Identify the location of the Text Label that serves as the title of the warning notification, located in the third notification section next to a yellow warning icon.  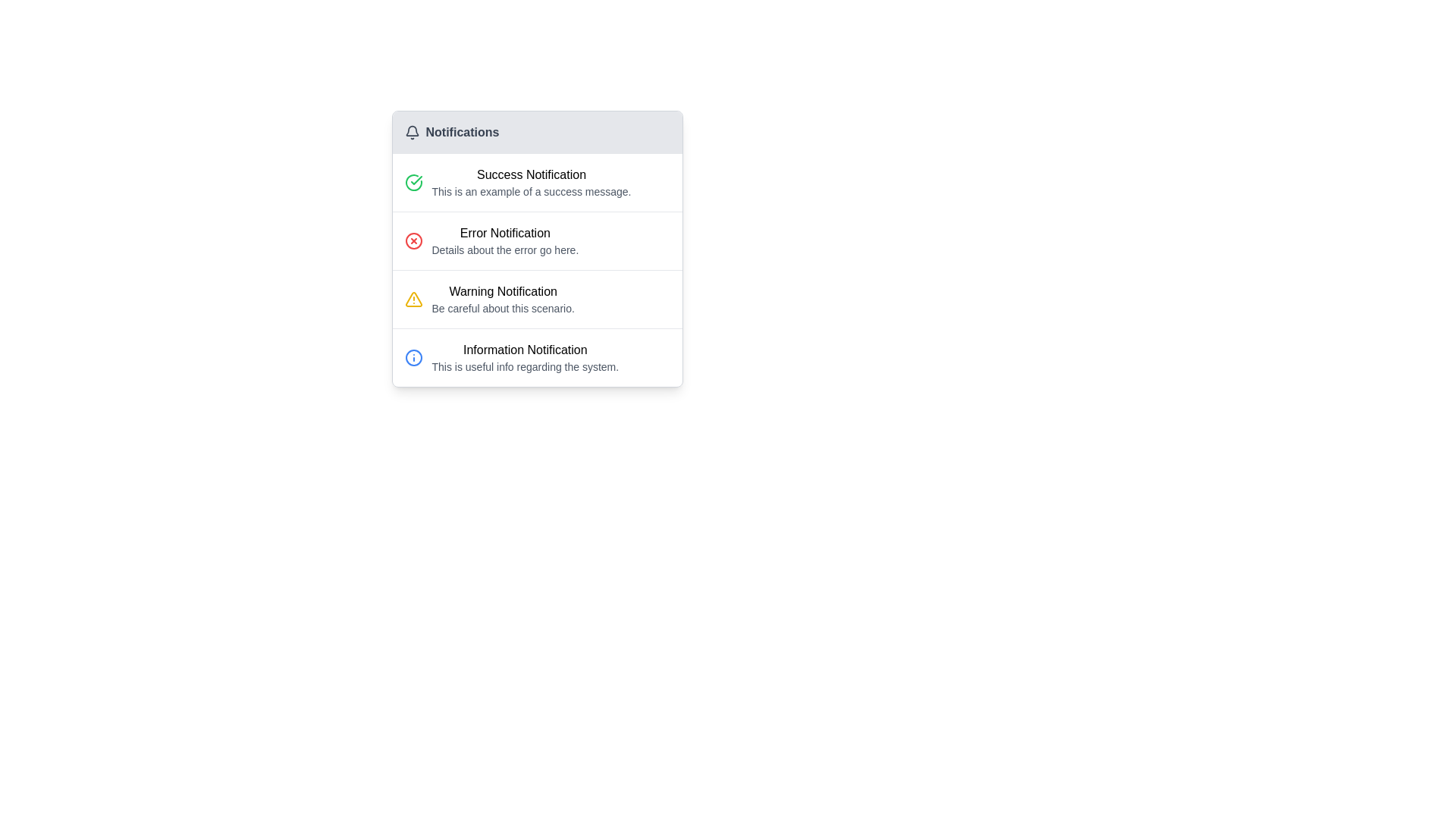
(503, 292).